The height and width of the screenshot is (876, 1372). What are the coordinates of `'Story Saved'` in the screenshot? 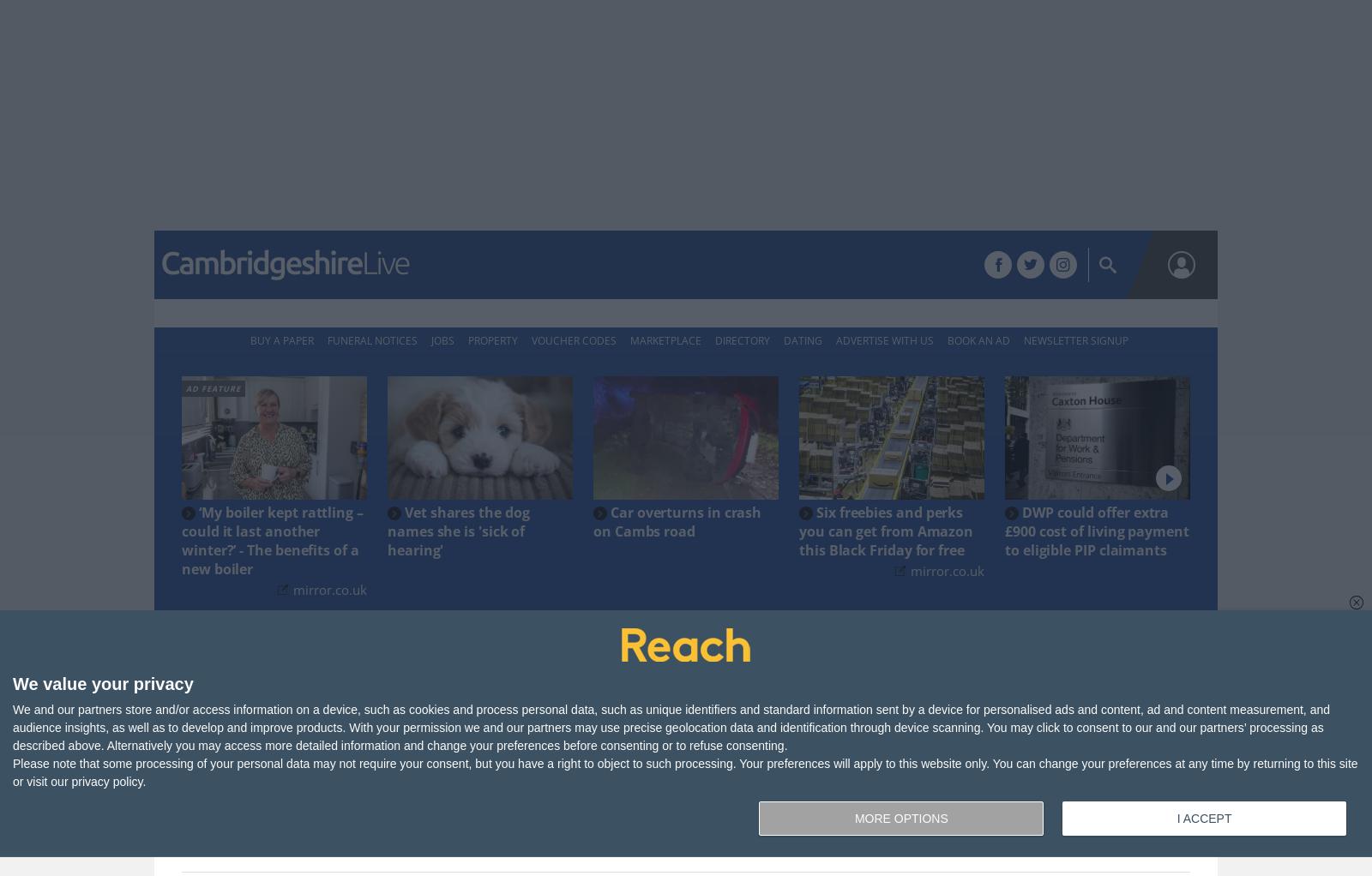 It's located at (583, 738).